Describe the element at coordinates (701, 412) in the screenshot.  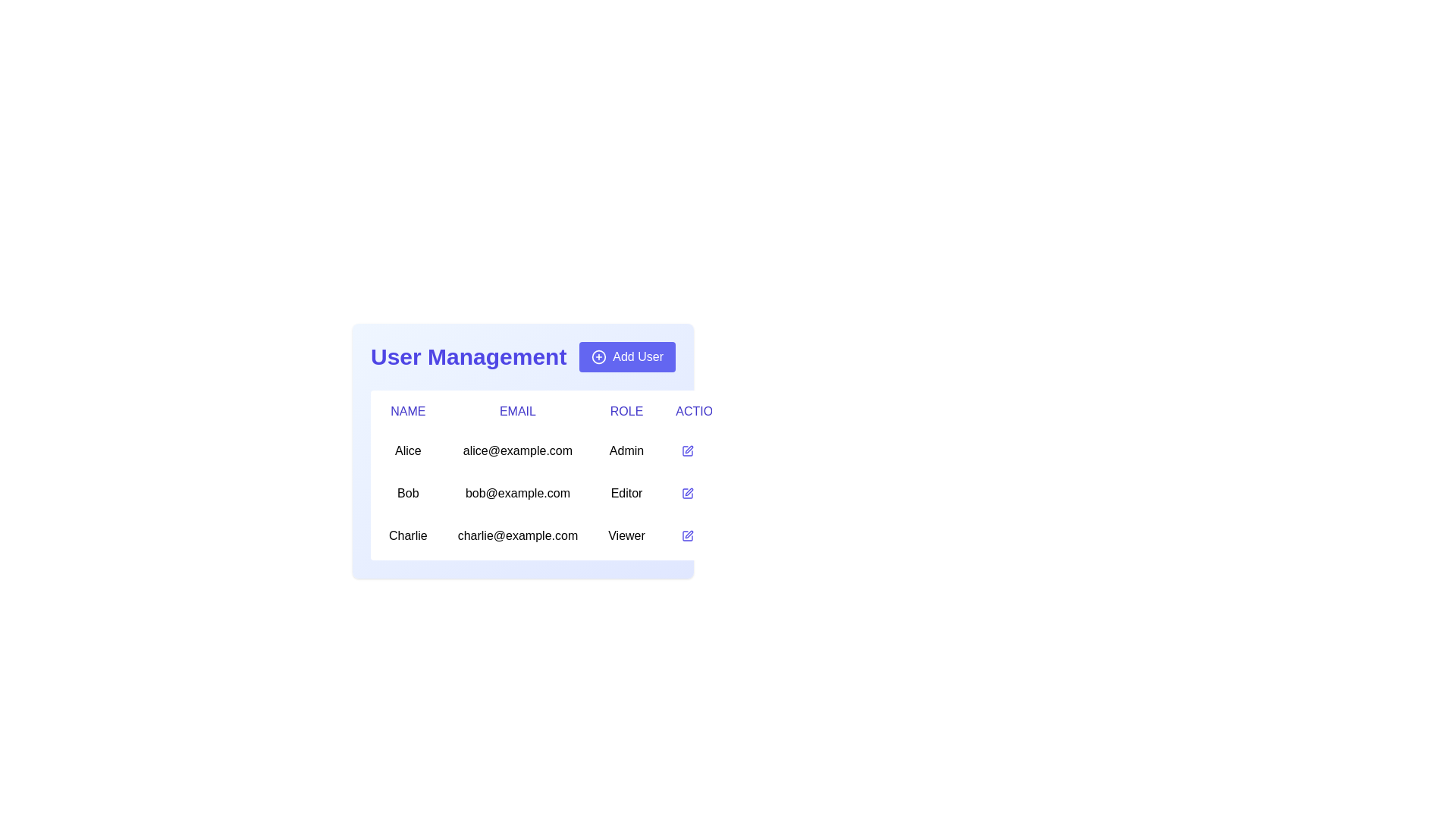
I see `the 'Actions' header in the user management table, which is the fourth item in the row of headers, positioned to the right of the 'ROLE' column header` at that location.